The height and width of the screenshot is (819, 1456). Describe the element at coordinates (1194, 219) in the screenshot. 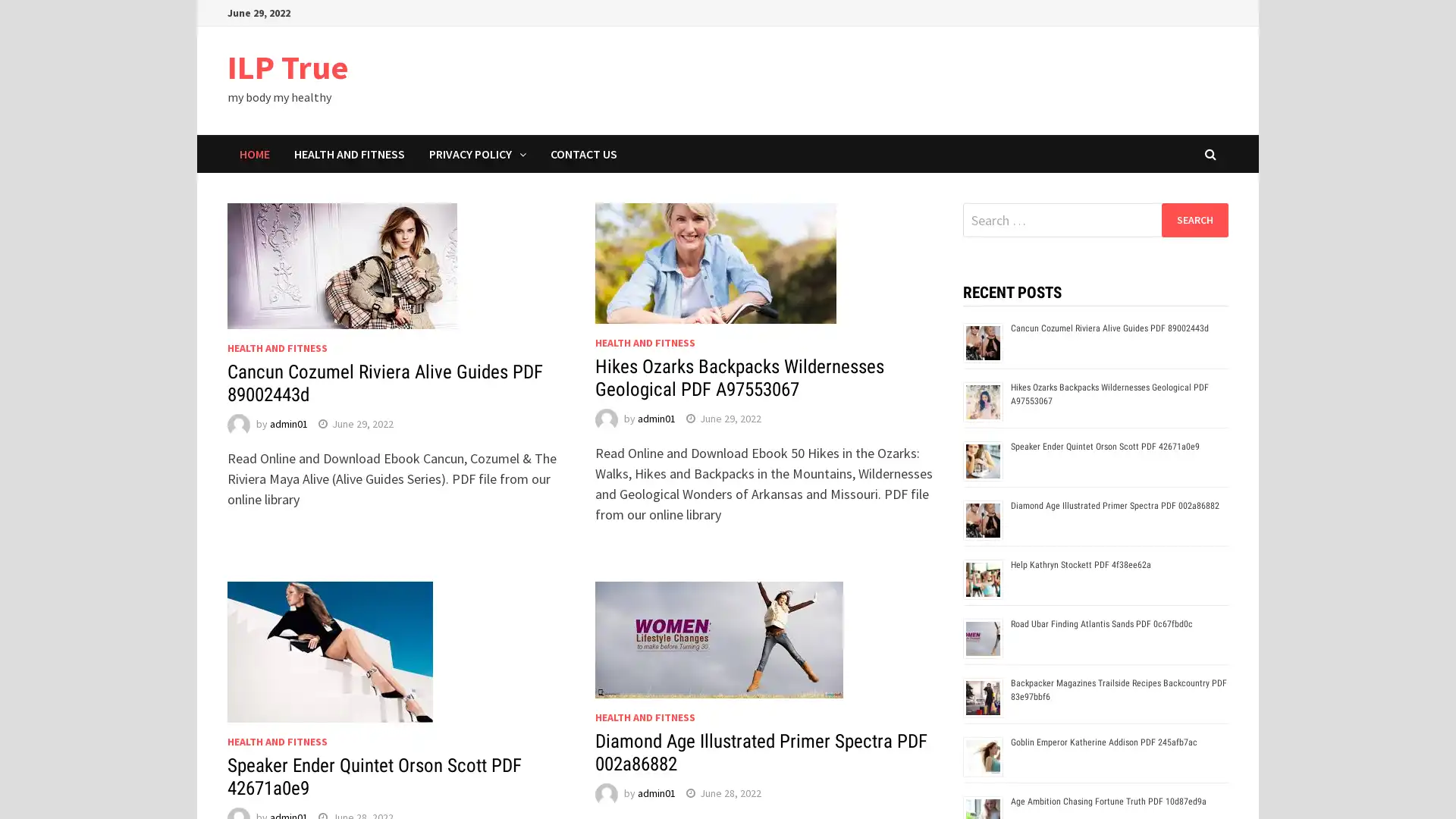

I see `Search` at that location.